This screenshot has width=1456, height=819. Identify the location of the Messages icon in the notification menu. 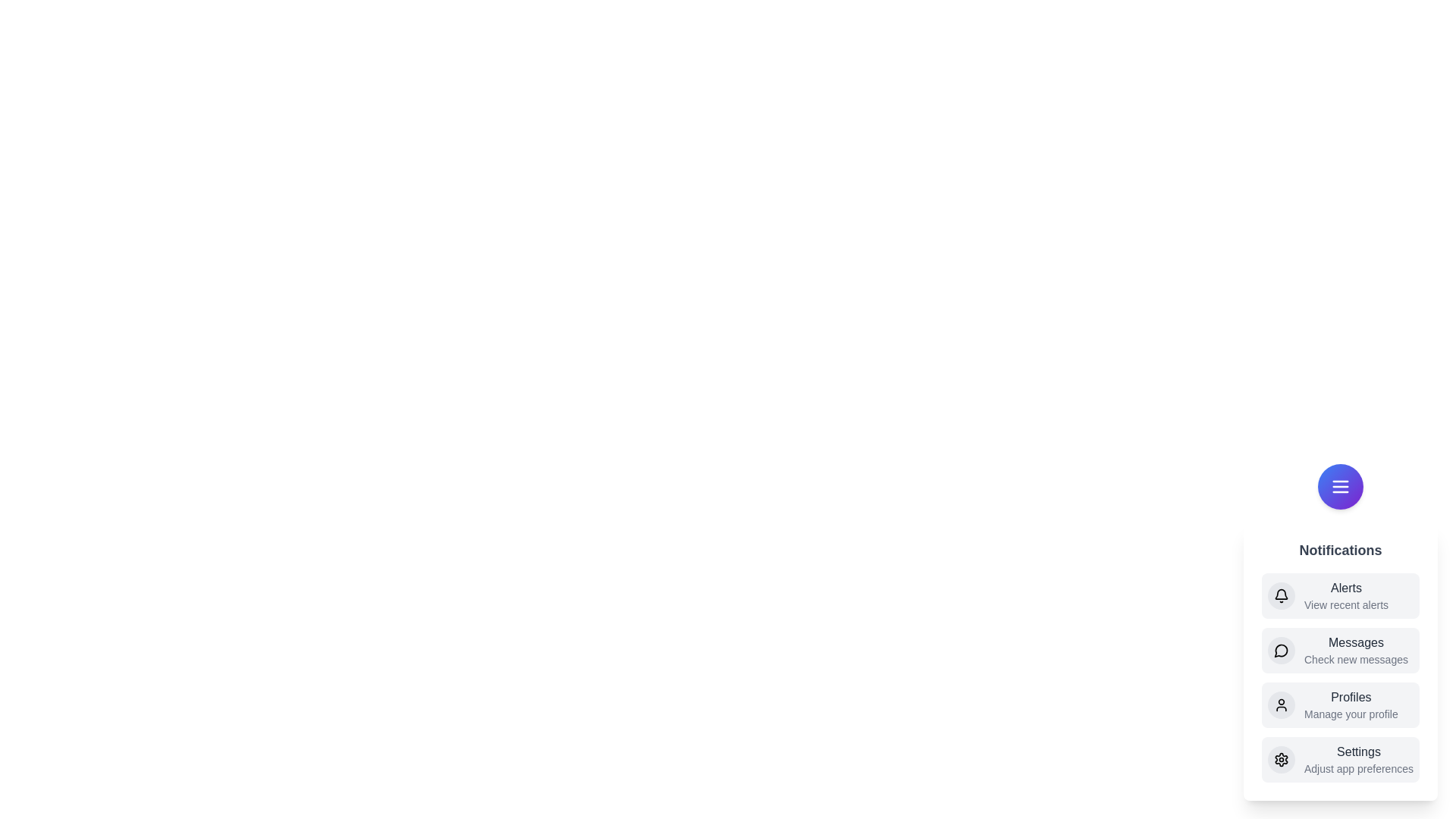
(1280, 649).